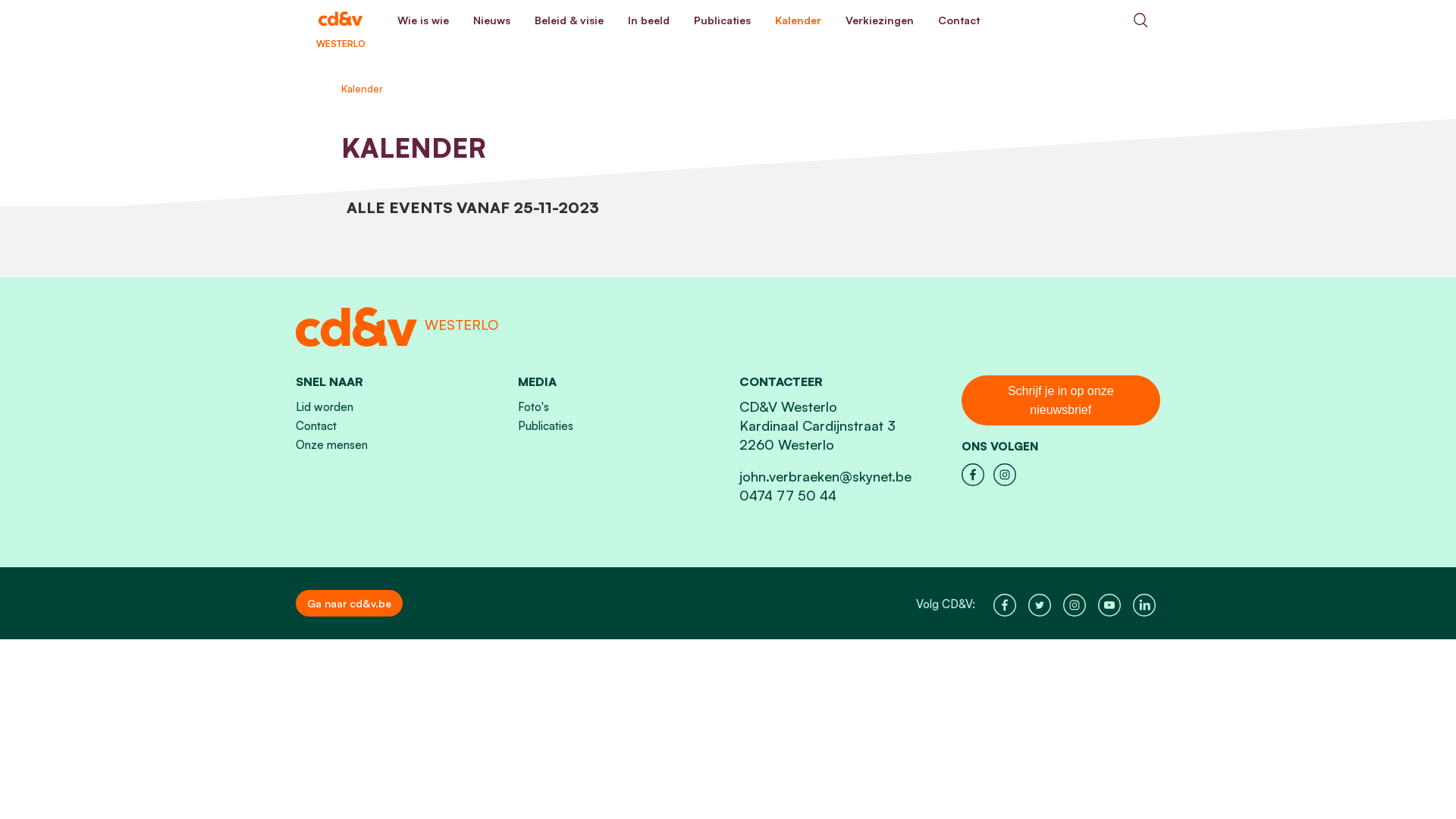 The height and width of the screenshot is (819, 1456). I want to click on 'Beleid & visie', so click(568, 20).